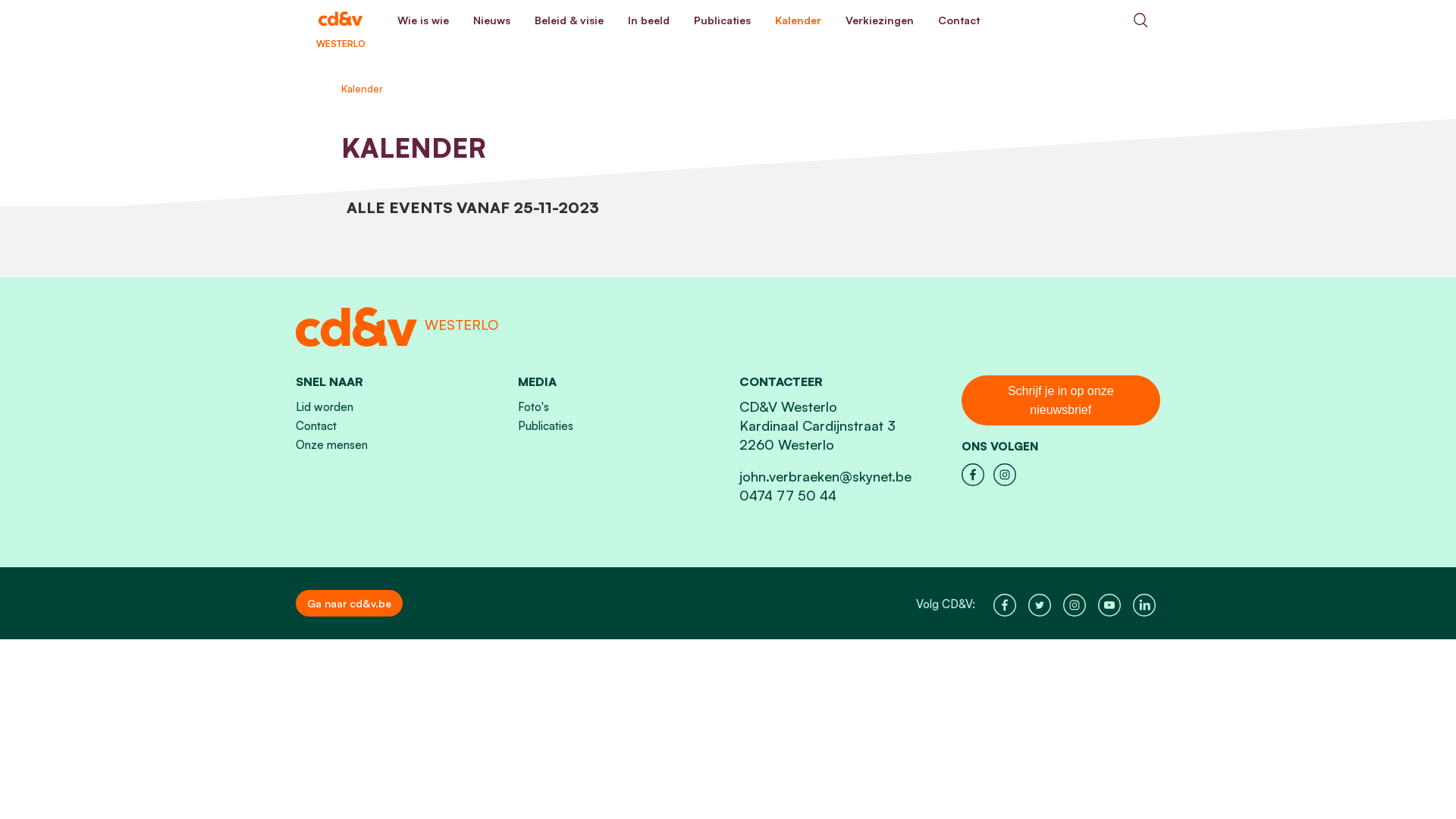 The height and width of the screenshot is (819, 1456). I want to click on 'Beleid & visie', so click(568, 20).